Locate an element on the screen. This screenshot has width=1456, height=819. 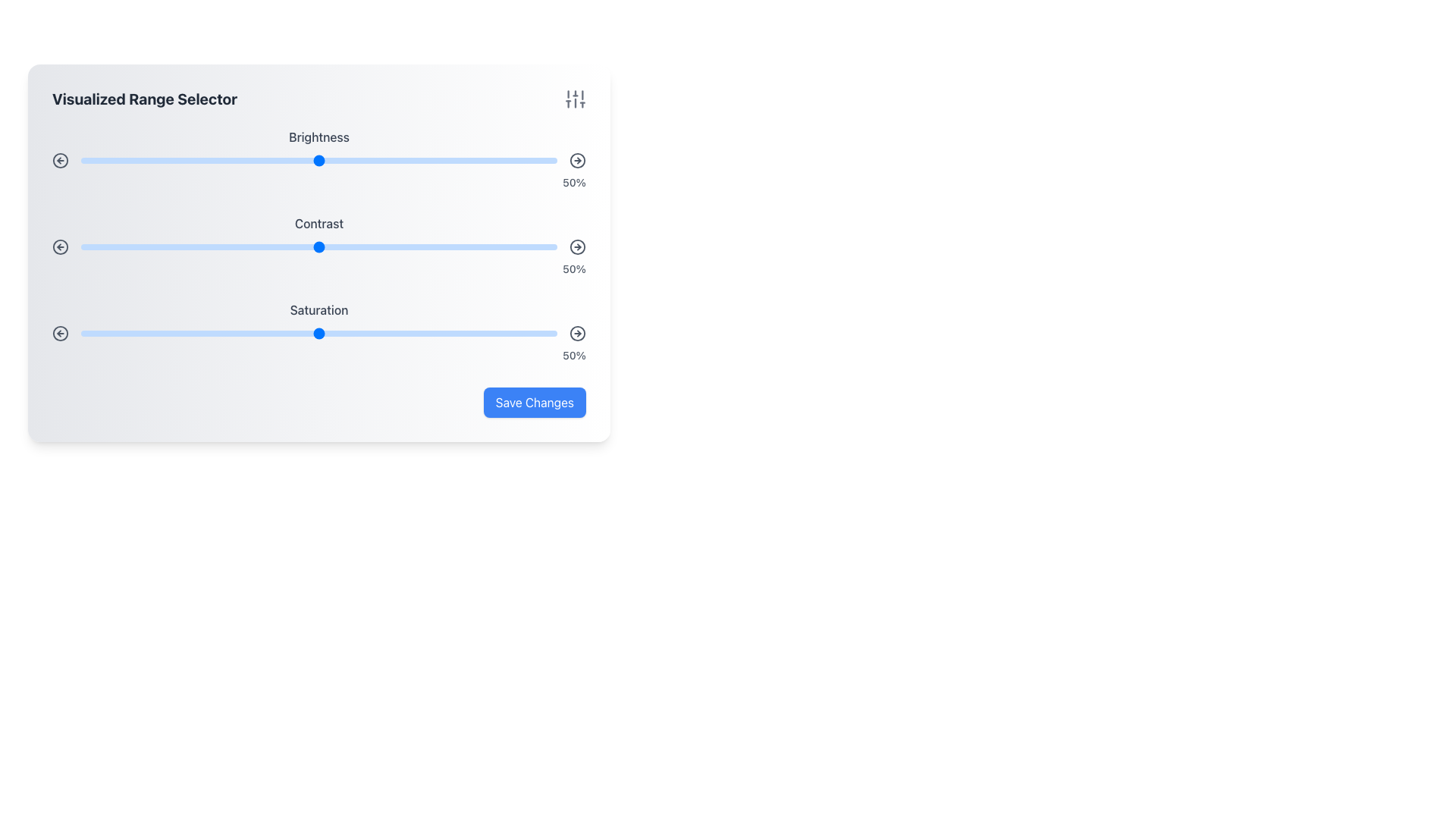
the slider value is located at coordinates (352, 332).